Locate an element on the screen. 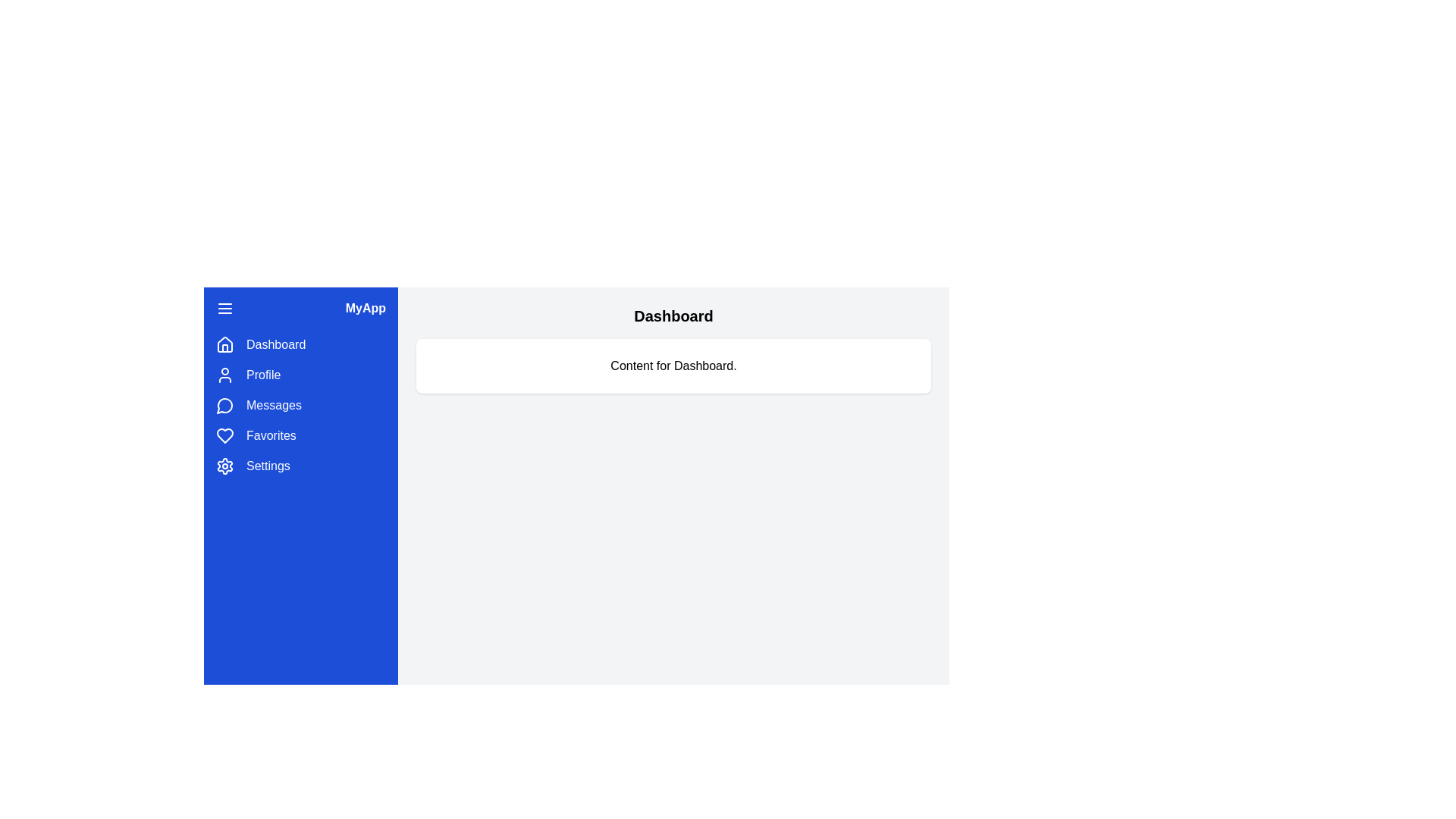 The image size is (1456, 819). the heart-shaped icon in the 'Favorites' sidebar menu is located at coordinates (224, 435).